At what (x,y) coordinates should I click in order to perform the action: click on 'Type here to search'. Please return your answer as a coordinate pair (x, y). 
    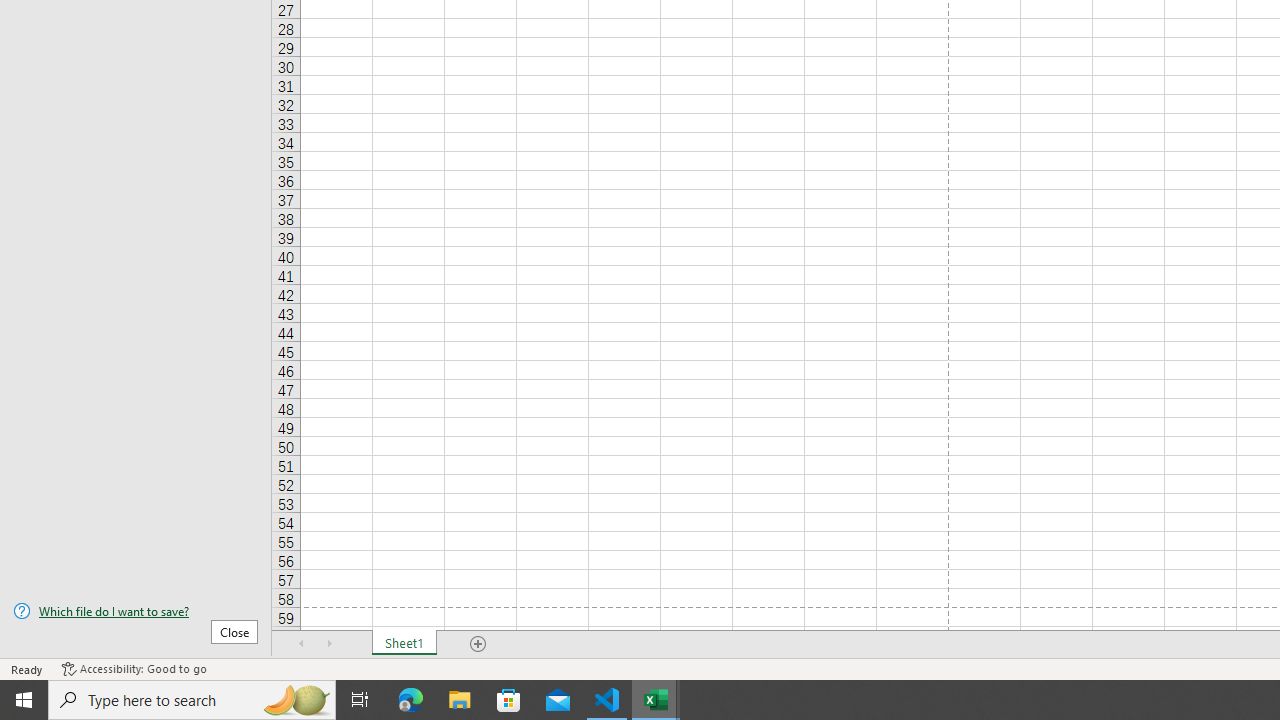
    Looking at the image, I should click on (192, 698).